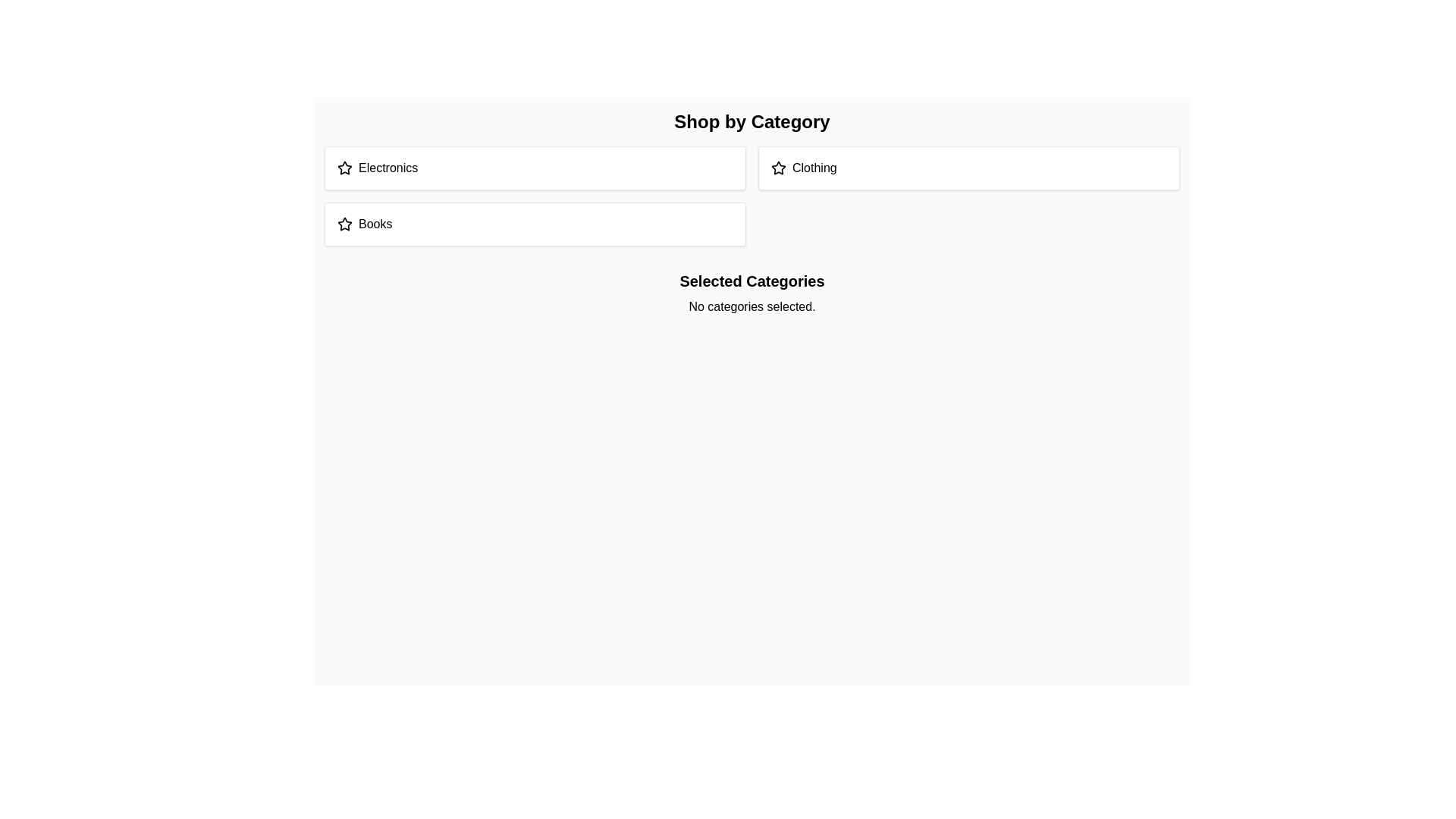 Image resolution: width=1456 pixels, height=819 pixels. Describe the element at coordinates (535, 168) in the screenshot. I see `the 'Electronics' category button` at that location.